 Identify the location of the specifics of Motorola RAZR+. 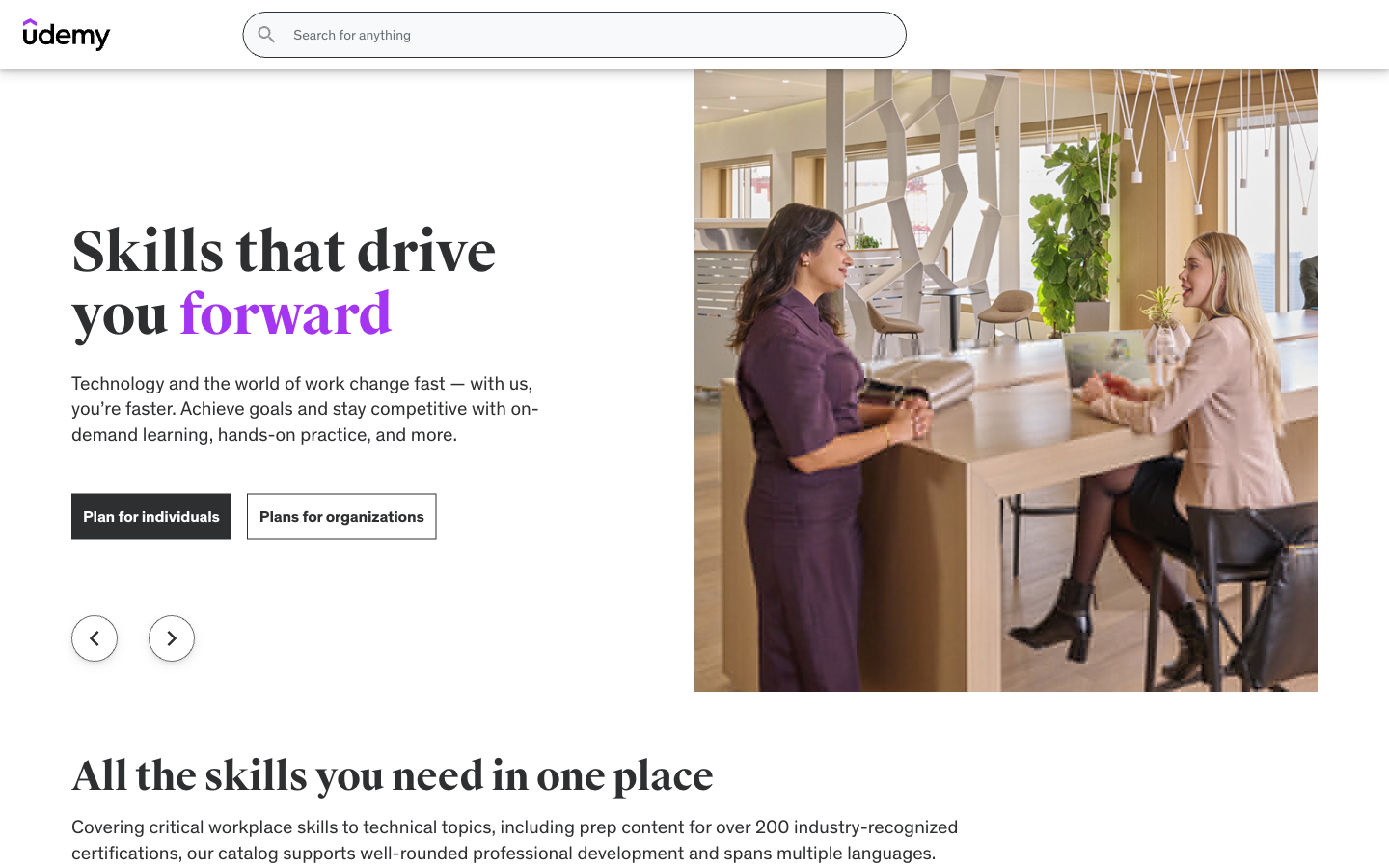
(1099, 805).